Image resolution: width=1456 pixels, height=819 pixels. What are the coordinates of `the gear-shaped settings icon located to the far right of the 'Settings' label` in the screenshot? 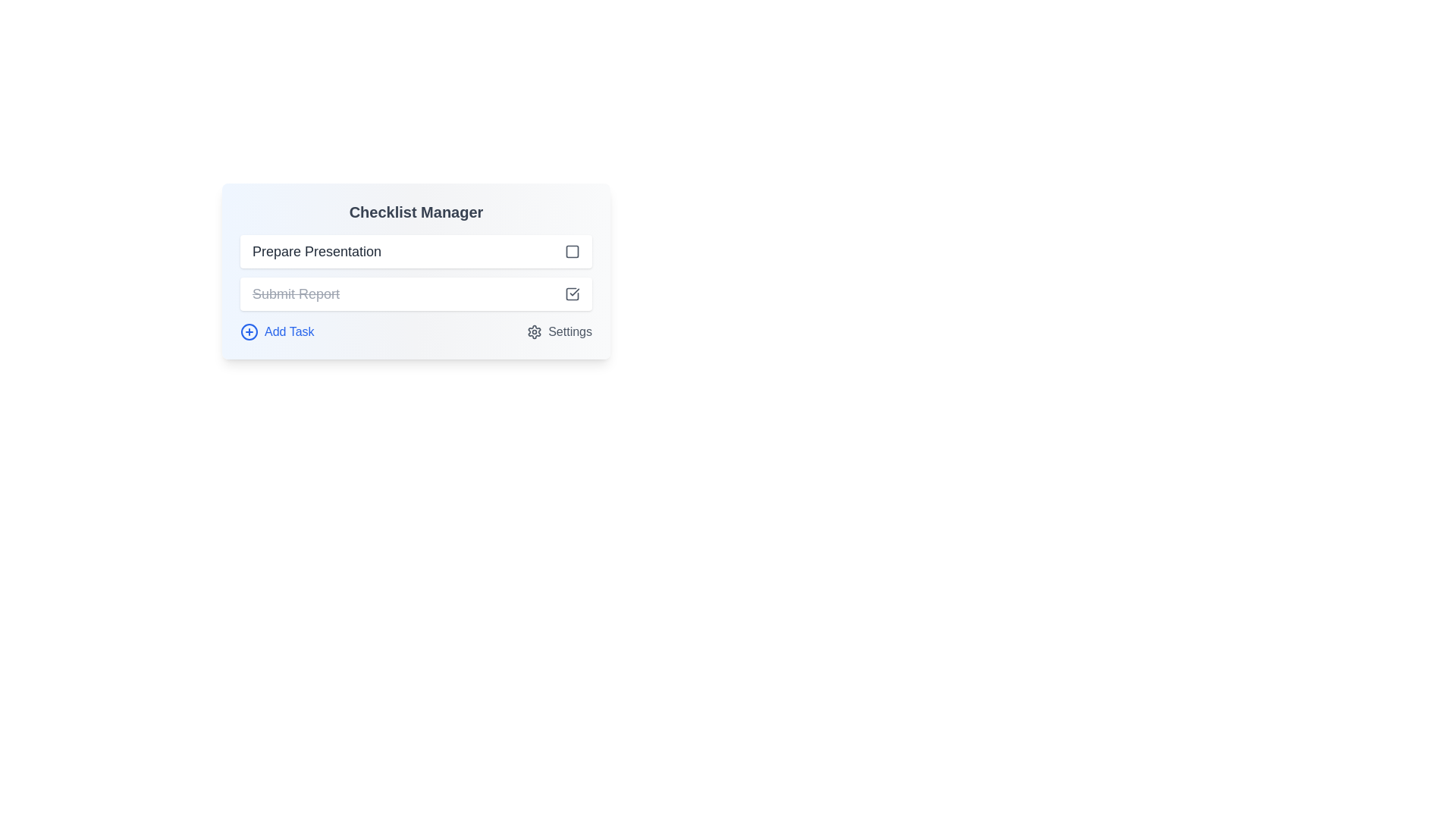 It's located at (535, 331).